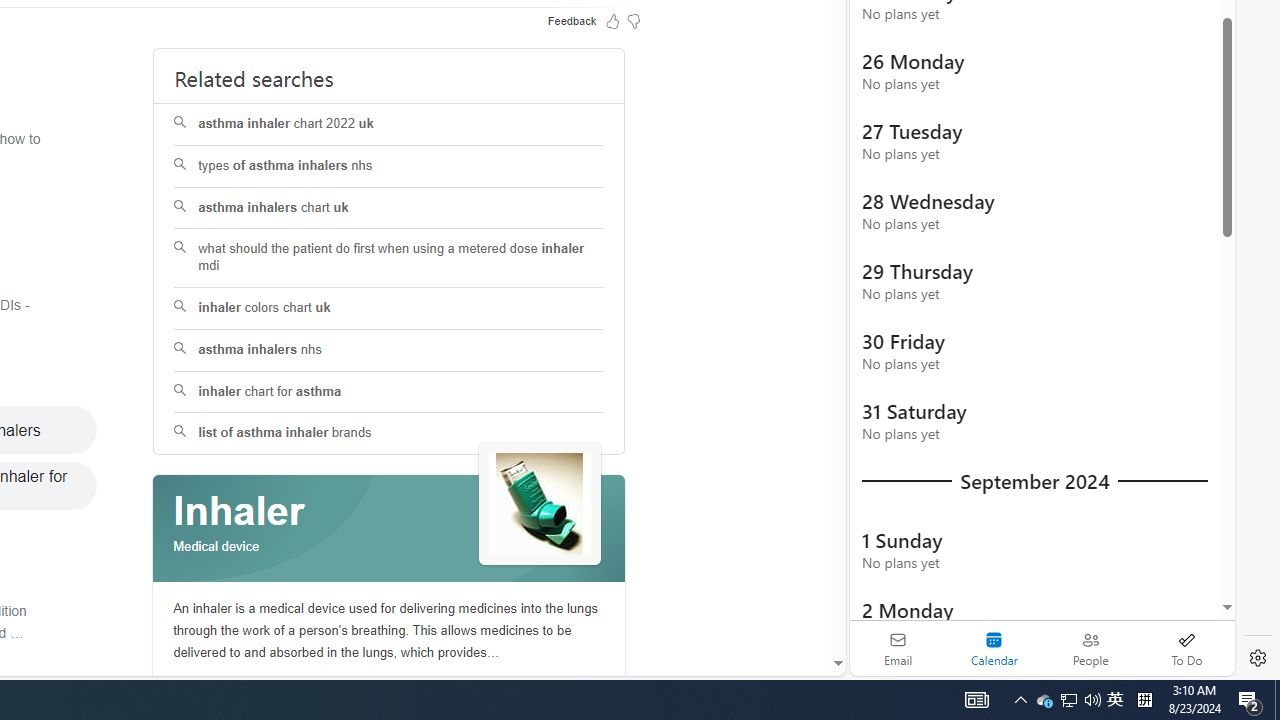  Describe the element at coordinates (540, 504) in the screenshot. I see `'See more images of Inhaler'` at that location.